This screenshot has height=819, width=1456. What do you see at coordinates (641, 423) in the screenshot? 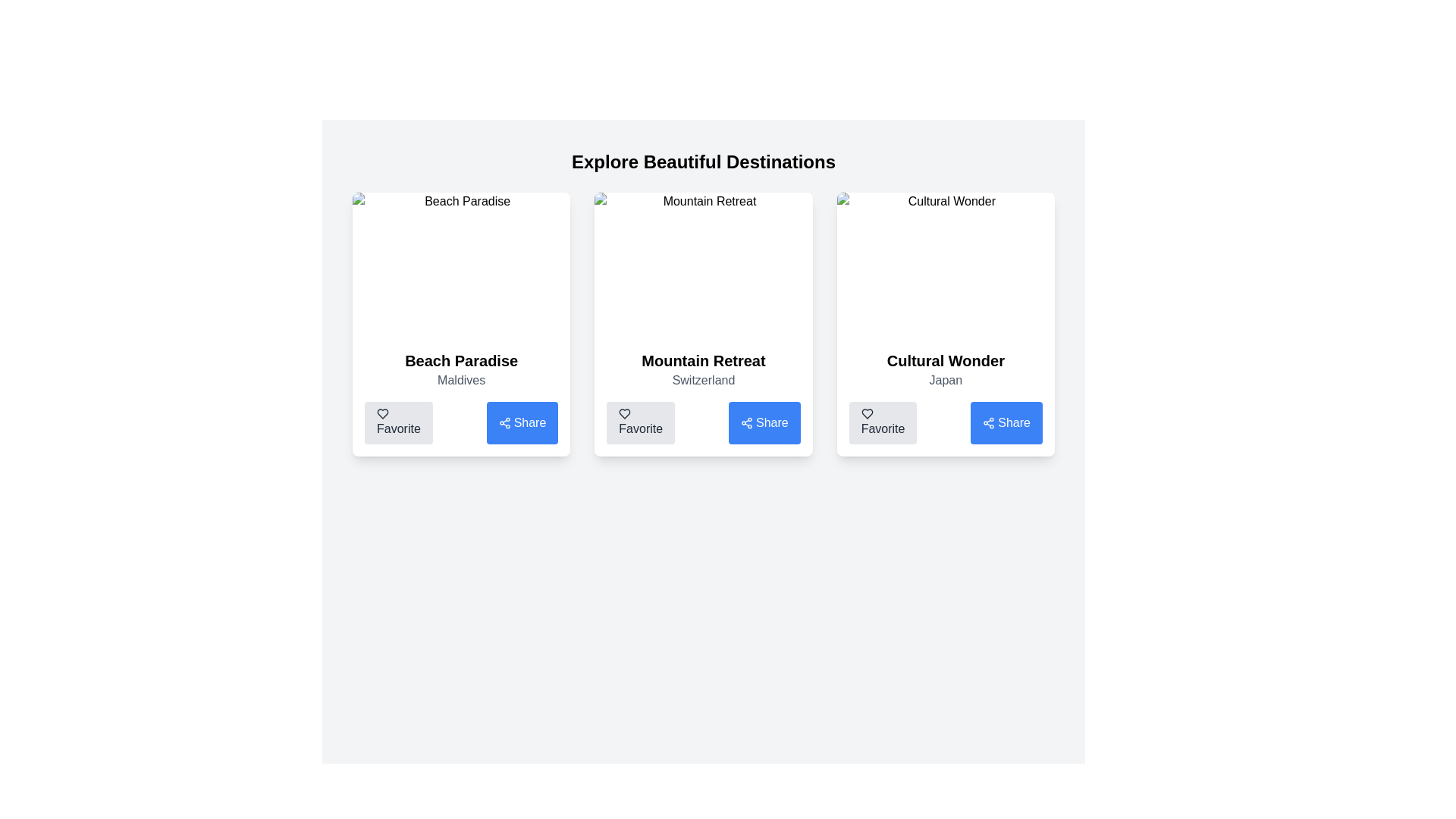
I see `the favorite button located in the bottom-left corner of the second card titled 'Mountain Retreat'` at bounding box center [641, 423].